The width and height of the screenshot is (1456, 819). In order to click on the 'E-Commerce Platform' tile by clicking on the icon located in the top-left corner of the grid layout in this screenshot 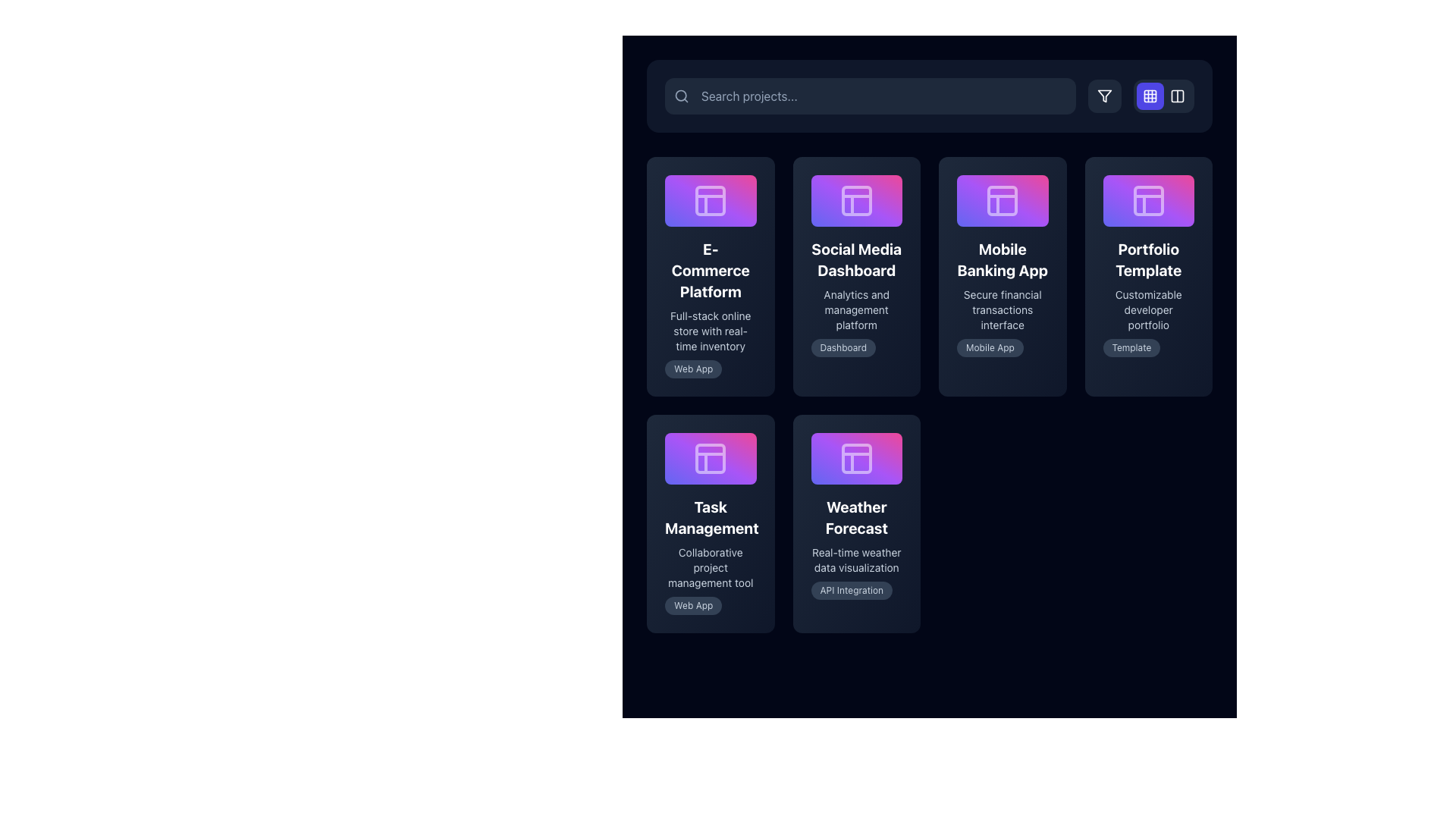, I will do `click(710, 199)`.